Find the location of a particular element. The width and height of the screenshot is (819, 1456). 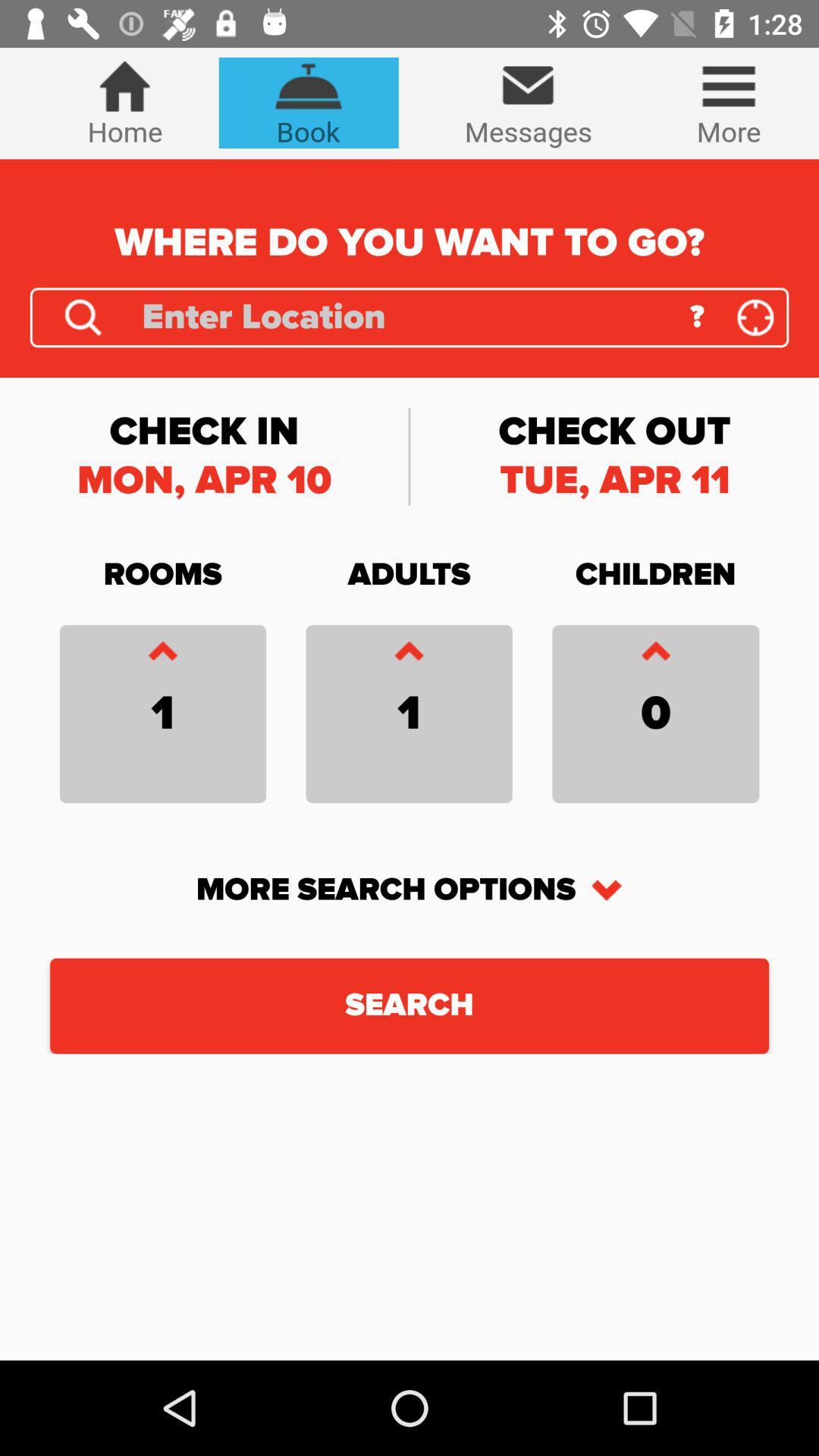

the icon to the right of the  ?  item is located at coordinates (755, 316).